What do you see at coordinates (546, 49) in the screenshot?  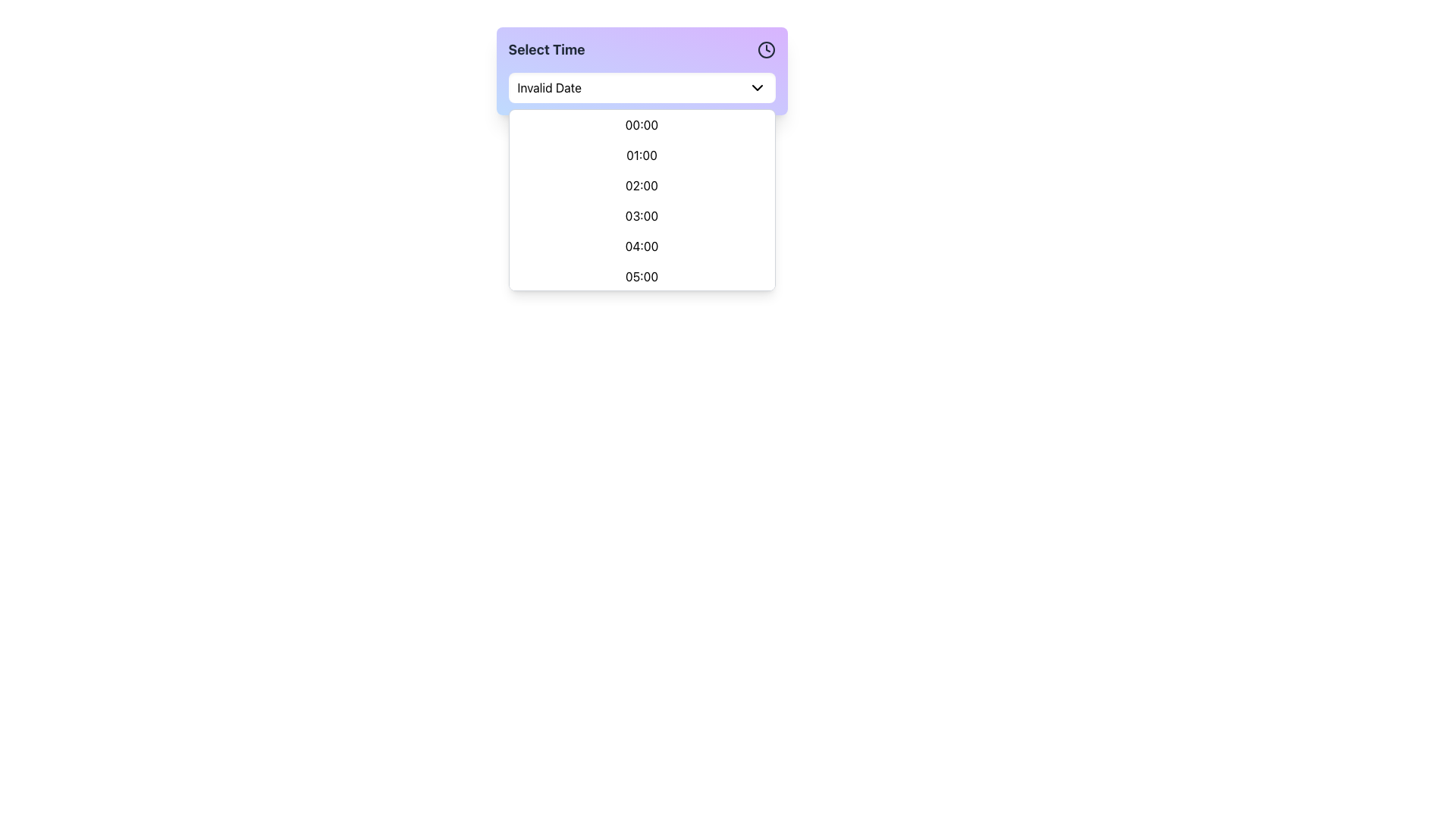 I see `static text that serves as a header for the dropdown element, located at the top-left corner of the purple header section, just to the left of the clock icon` at bounding box center [546, 49].